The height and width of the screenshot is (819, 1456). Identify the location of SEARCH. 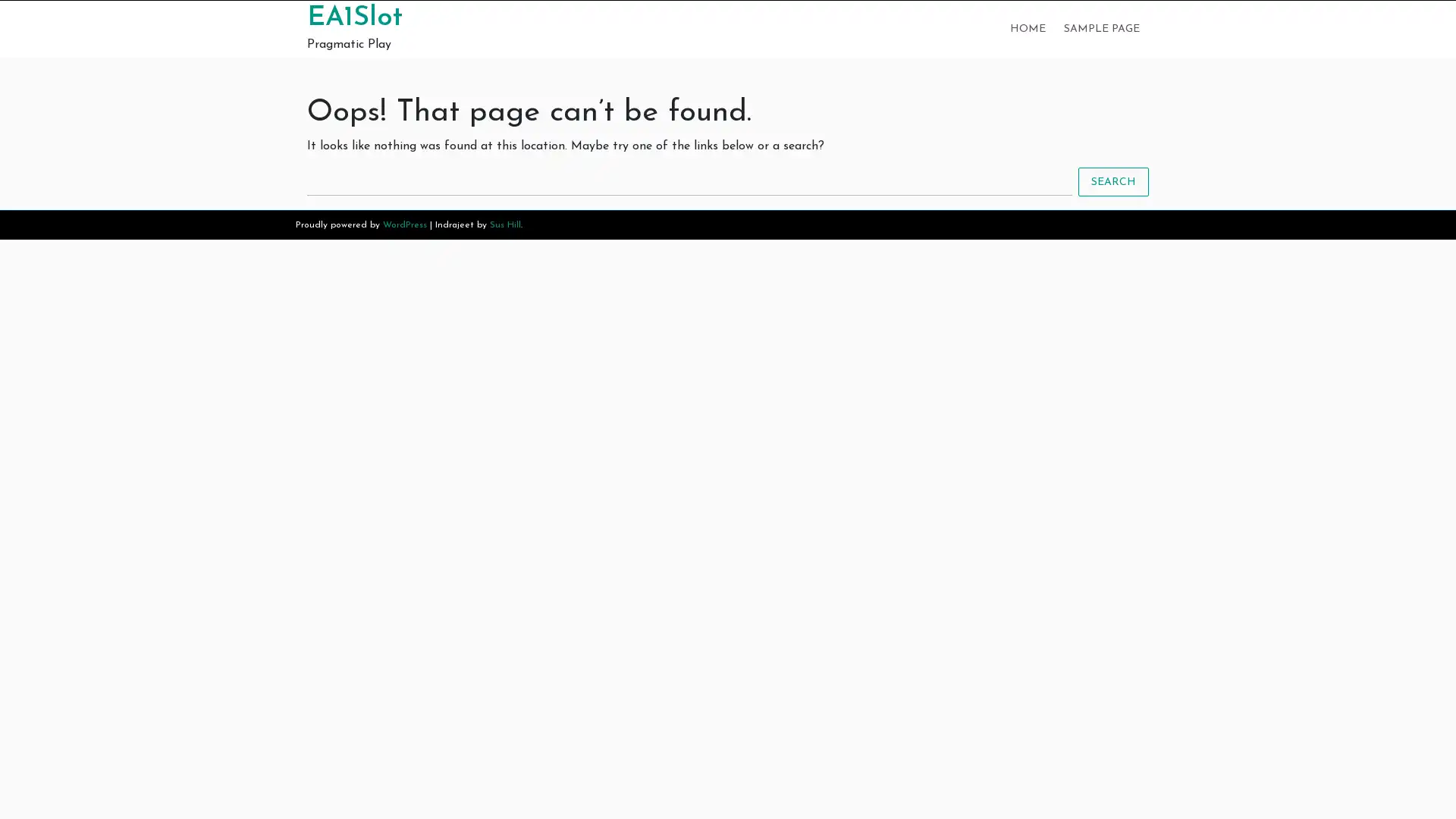
(1113, 180).